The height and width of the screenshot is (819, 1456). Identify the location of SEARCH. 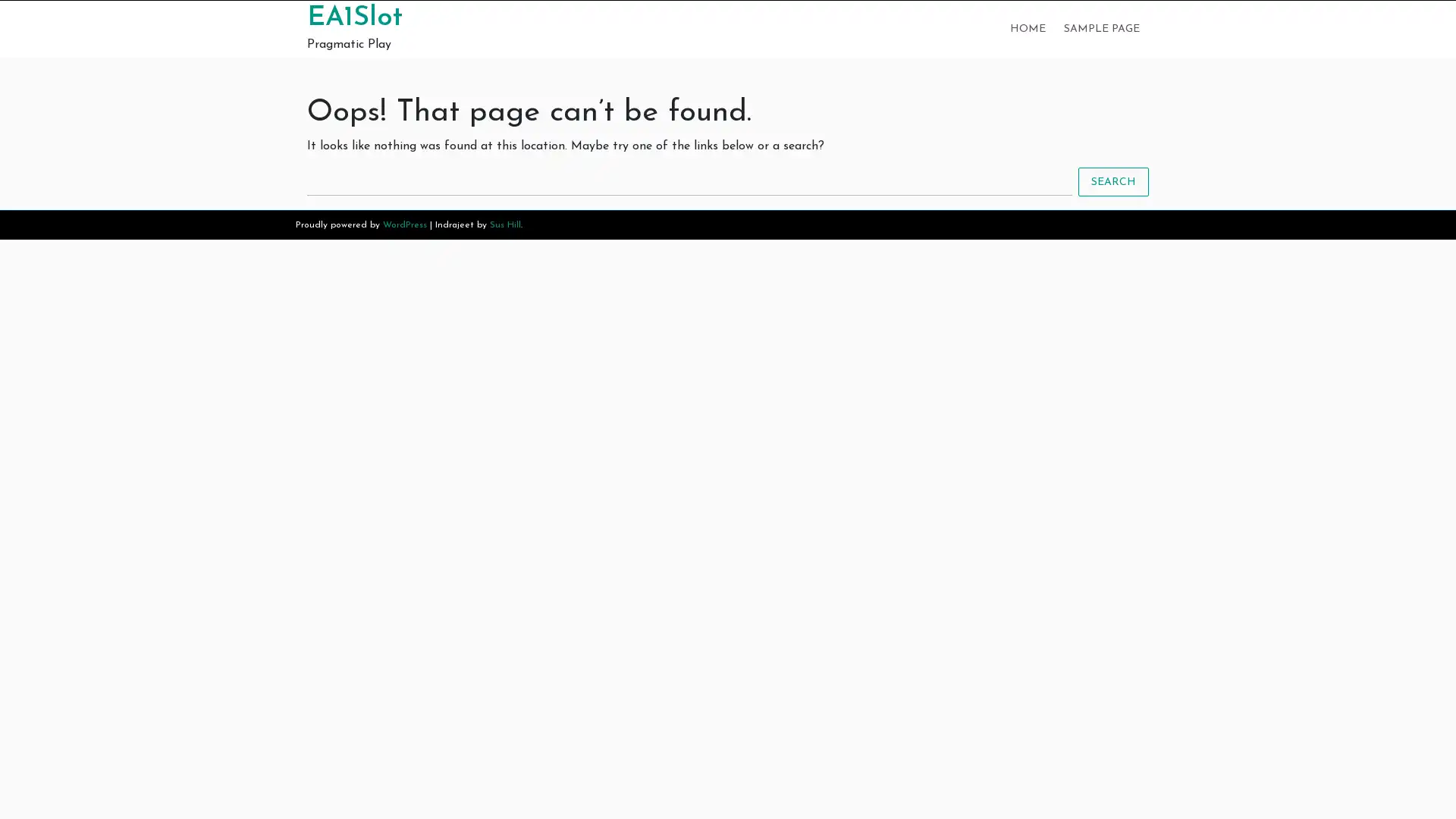
(1113, 180).